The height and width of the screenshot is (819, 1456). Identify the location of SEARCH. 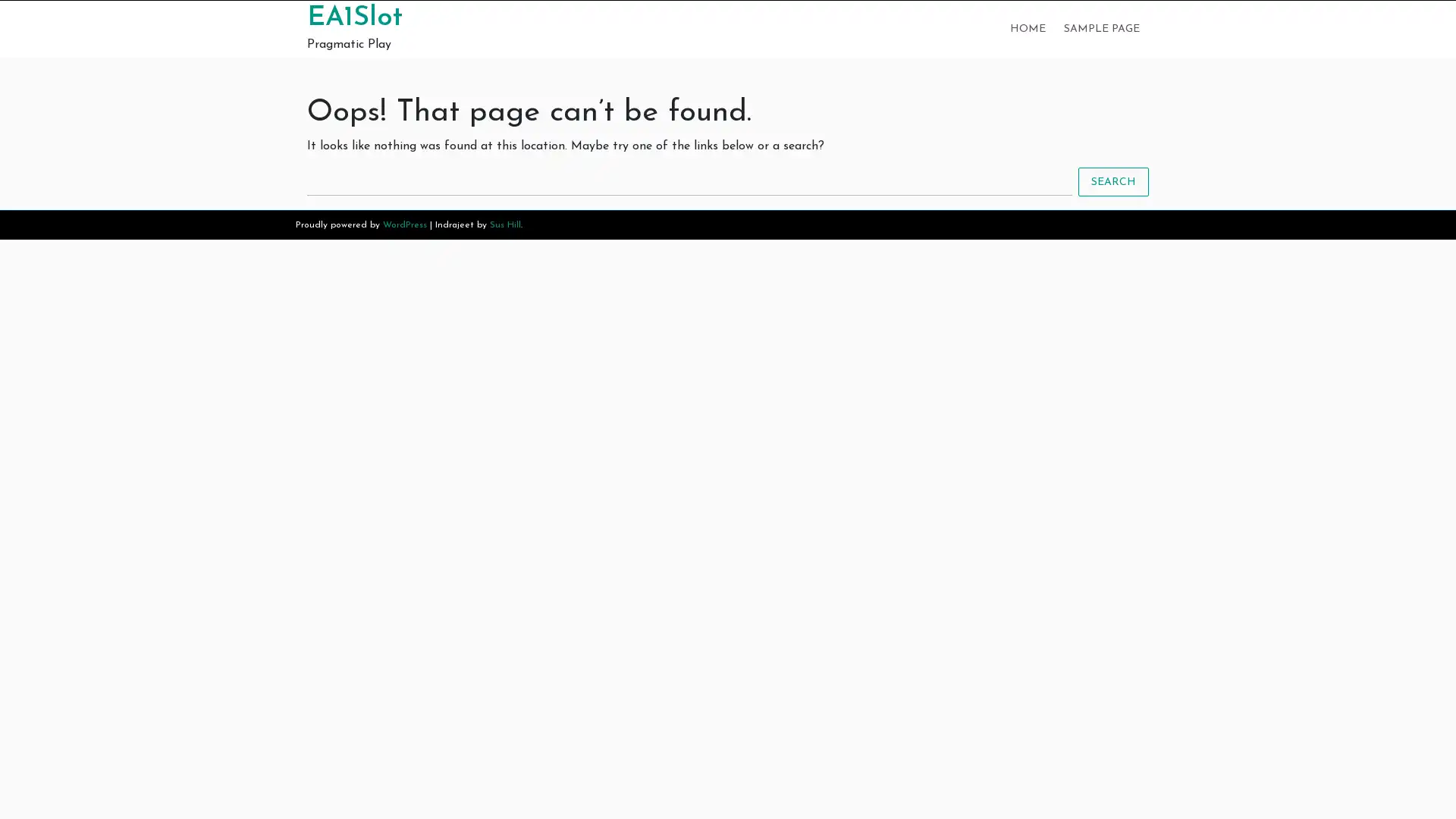
(1113, 180).